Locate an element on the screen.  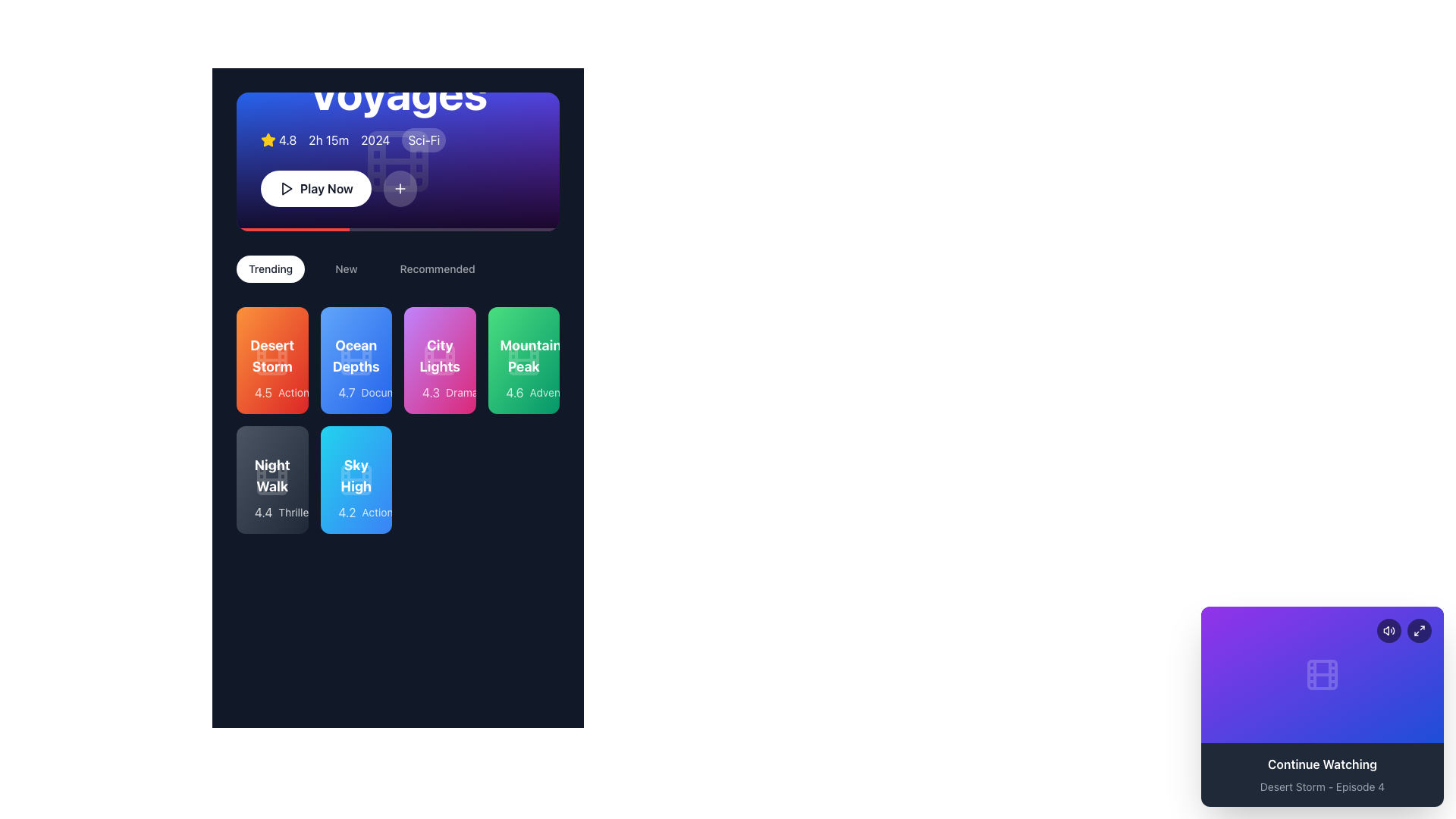
the Interactive icon group consisting of buttons is located at coordinates (1404, 631).